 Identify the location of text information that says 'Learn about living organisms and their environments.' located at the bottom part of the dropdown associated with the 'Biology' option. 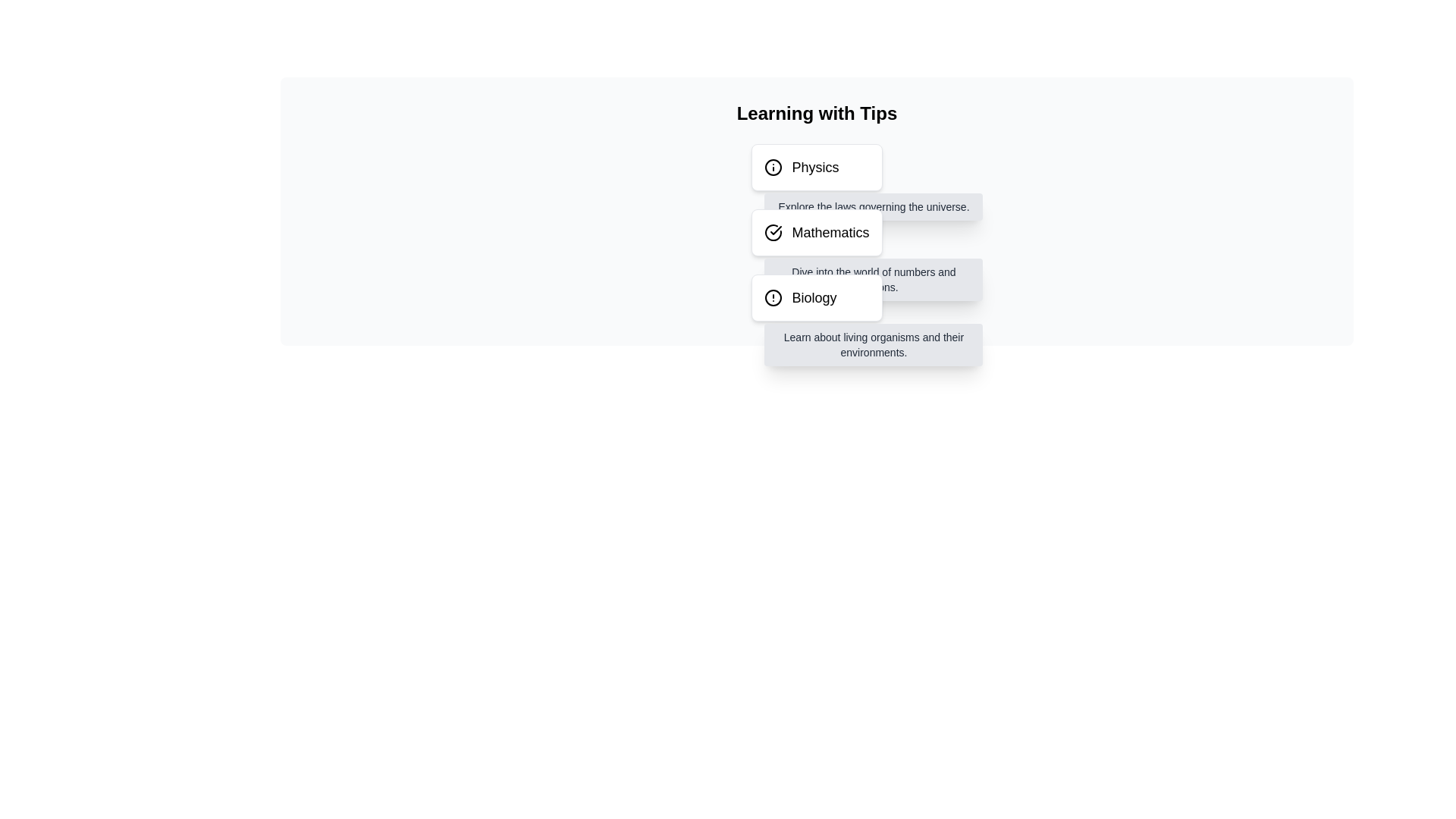
(874, 345).